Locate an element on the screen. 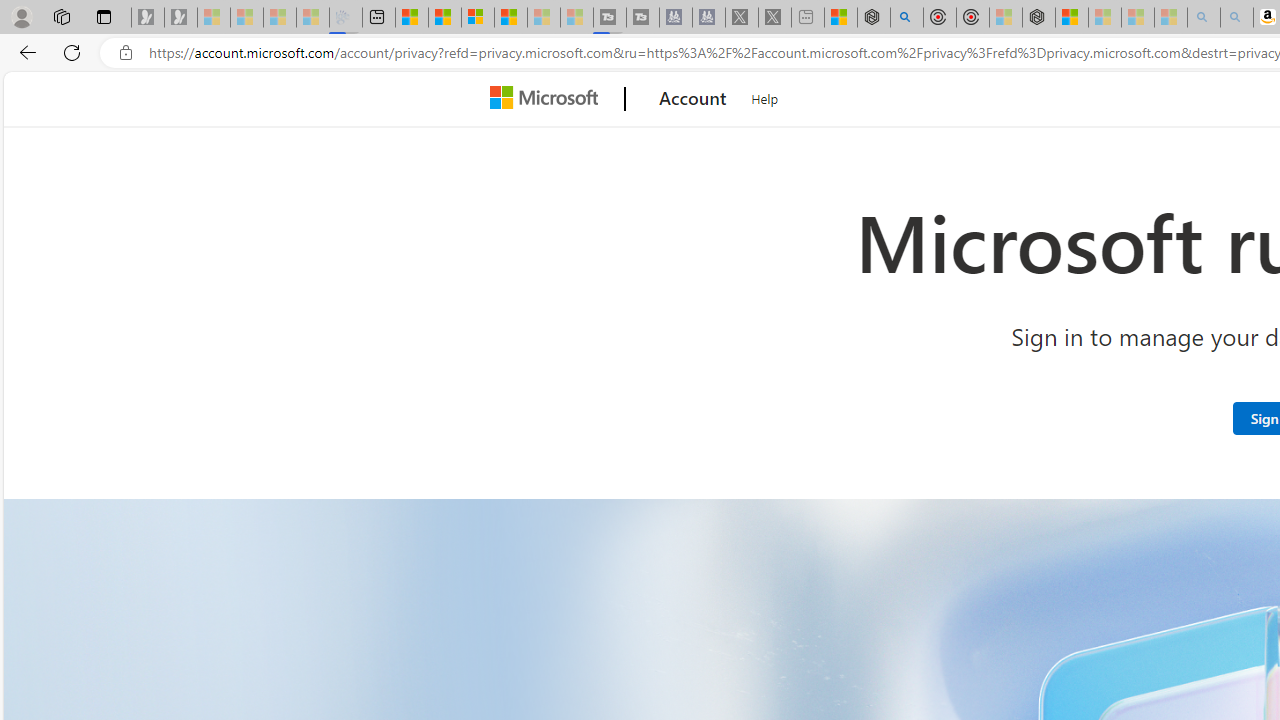 The height and width of the screenshot is (720, 1280). 'Help' is located at coordinates (764, 96).